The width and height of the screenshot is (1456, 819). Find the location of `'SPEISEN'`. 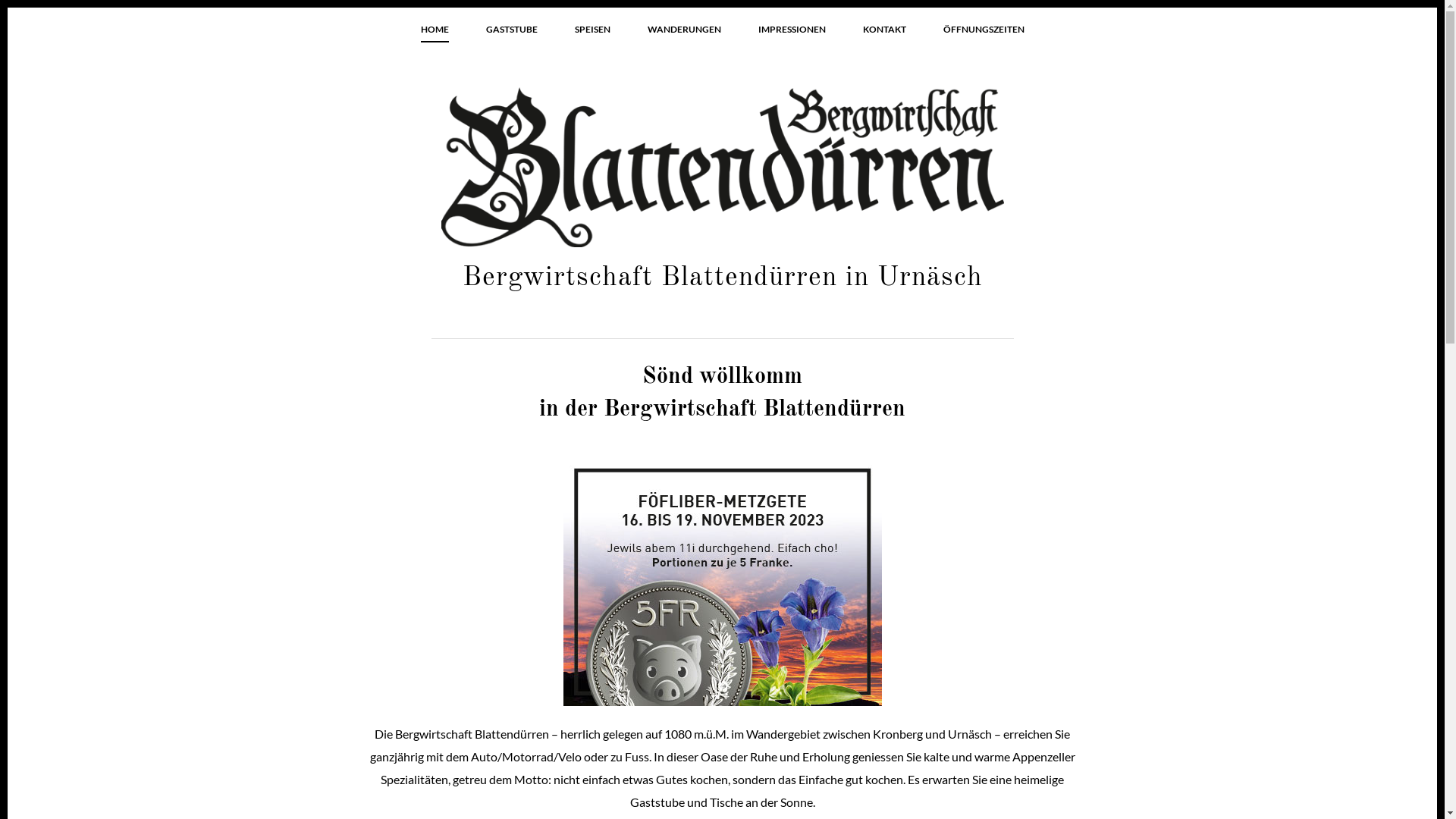

'SPEISEN' is located at coordinates (556, 29).